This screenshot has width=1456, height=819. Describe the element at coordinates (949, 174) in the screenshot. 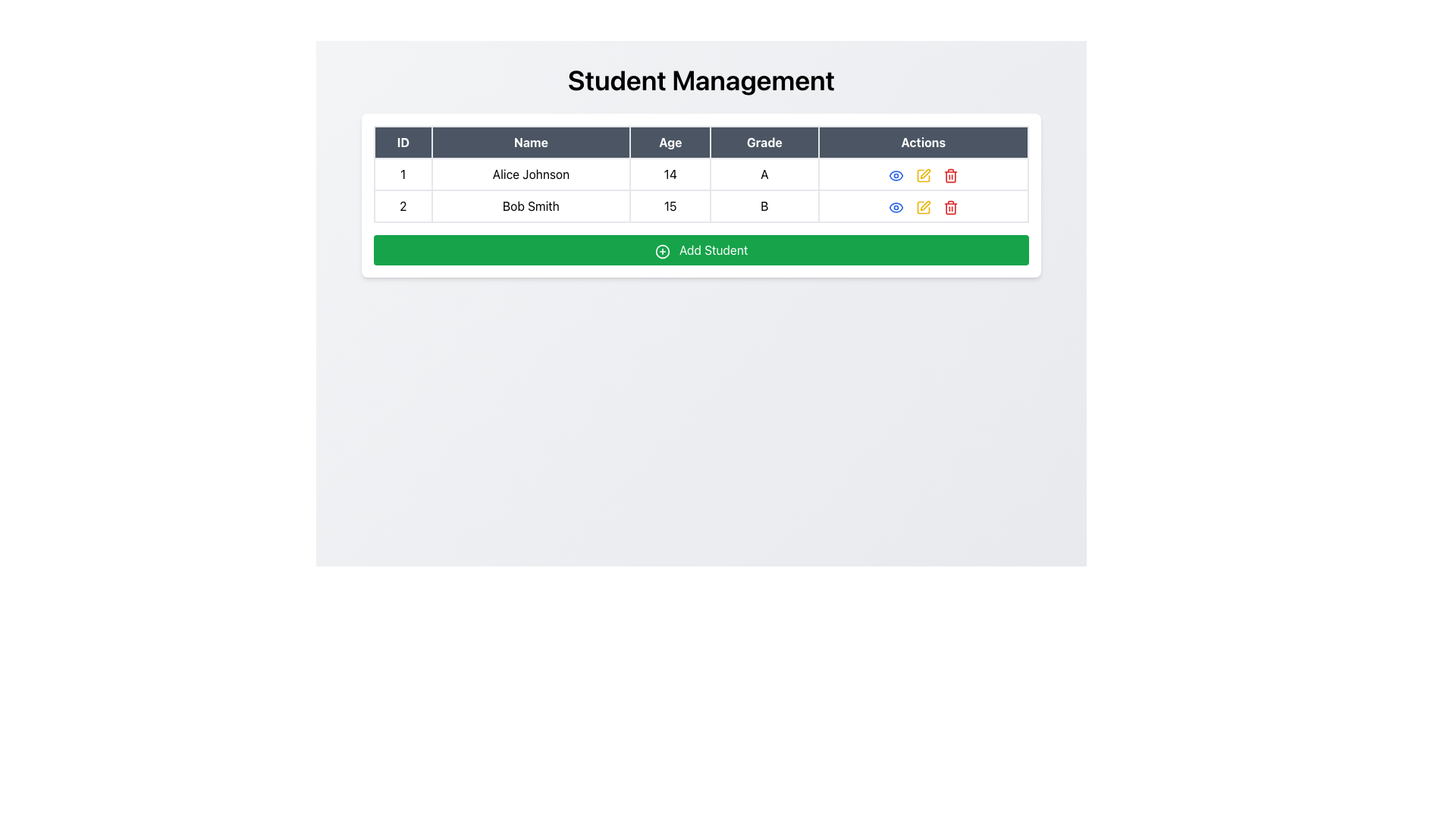

I see `the delete button located in the 'Actions' column of the first row in the table` at that location.